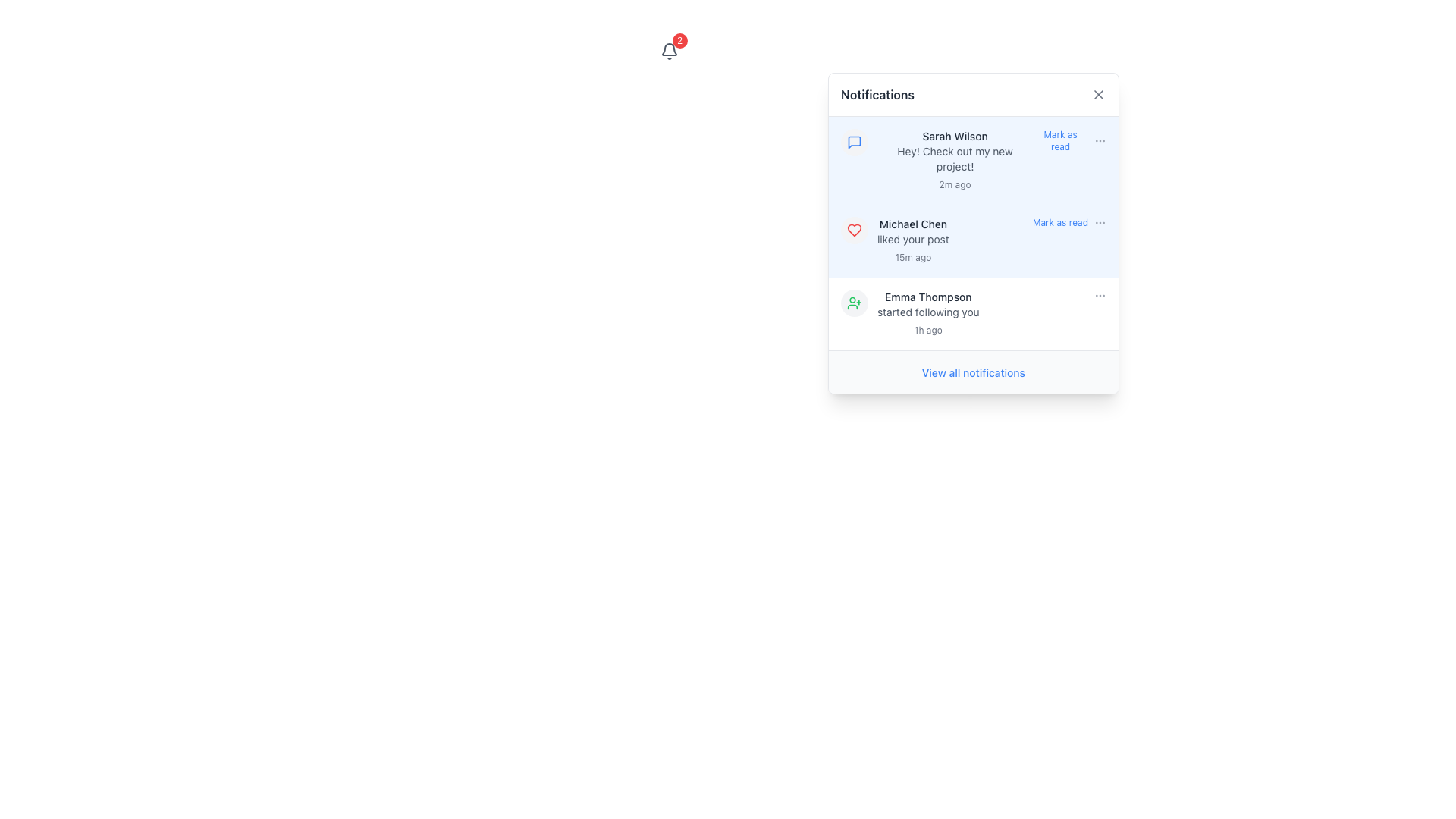 This screenshot has height=819, width=1456. Describe the element at coordinates (927, 297) in the screenshot. I see `the text block displaying 'Emma Thompson' in the notifications dropdown, which is positioned above the 'View all notifications' link and below the 'Michael Chen liked your post' entry` at that location.